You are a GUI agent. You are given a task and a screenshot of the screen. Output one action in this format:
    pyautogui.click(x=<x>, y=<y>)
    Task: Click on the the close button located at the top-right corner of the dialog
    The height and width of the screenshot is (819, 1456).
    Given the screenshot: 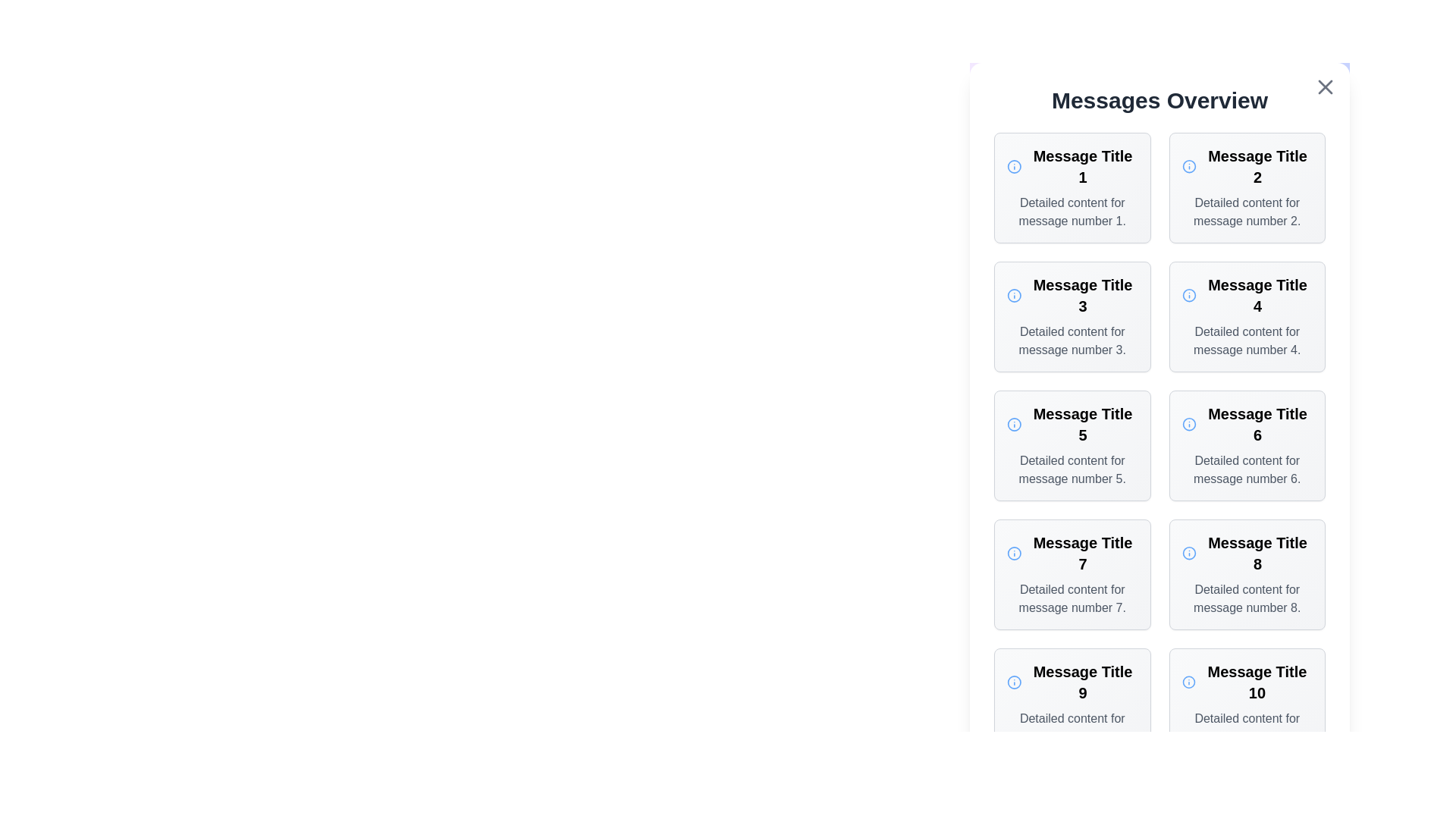 What is the action you would take?
    pyautogui.click(x=1324, y=87)
    